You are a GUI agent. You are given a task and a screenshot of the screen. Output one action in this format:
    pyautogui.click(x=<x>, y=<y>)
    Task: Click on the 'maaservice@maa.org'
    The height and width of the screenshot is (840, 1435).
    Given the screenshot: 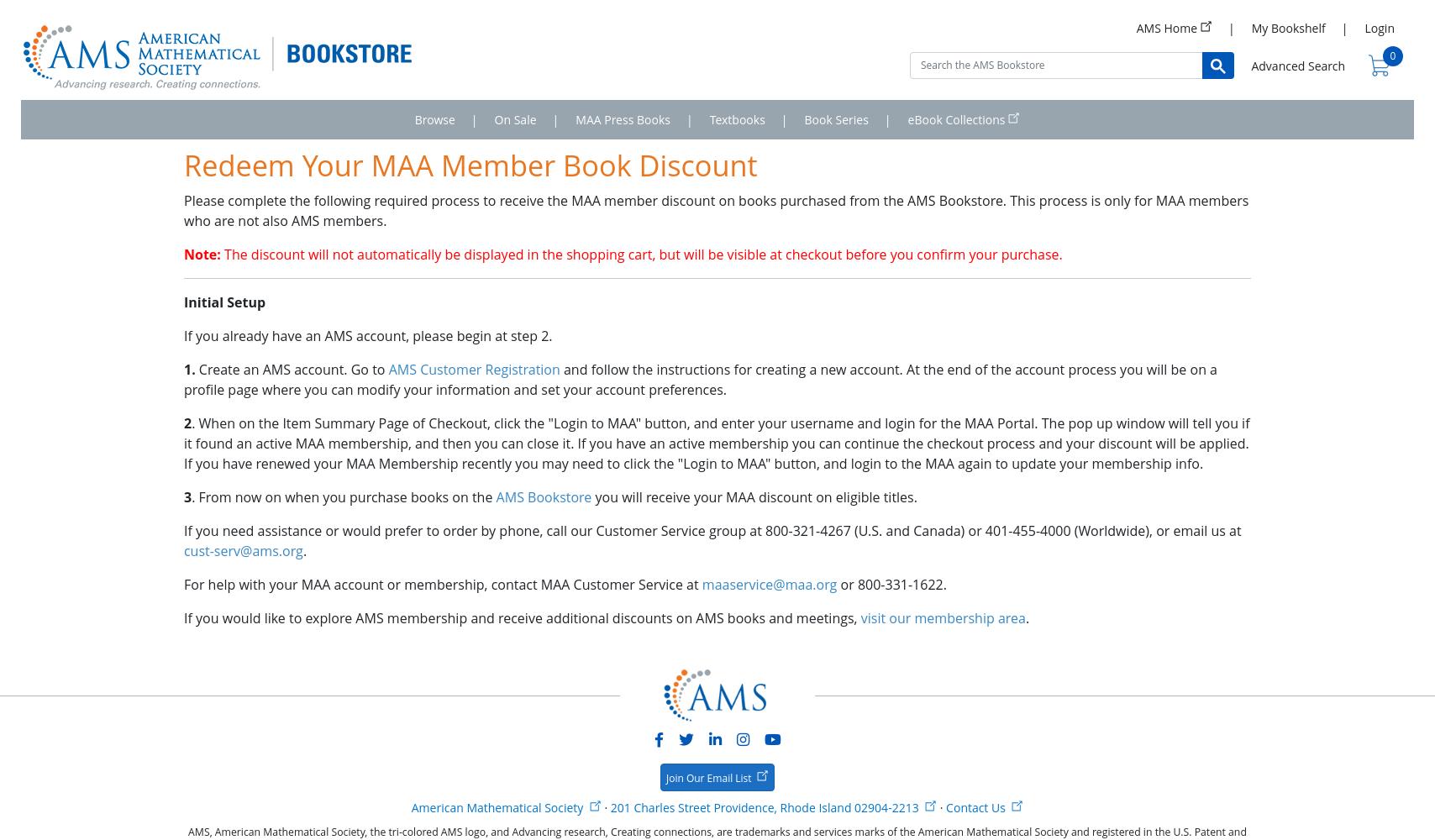 What is the action you would take?
    pyautogui.click(x=702, y=584)
    